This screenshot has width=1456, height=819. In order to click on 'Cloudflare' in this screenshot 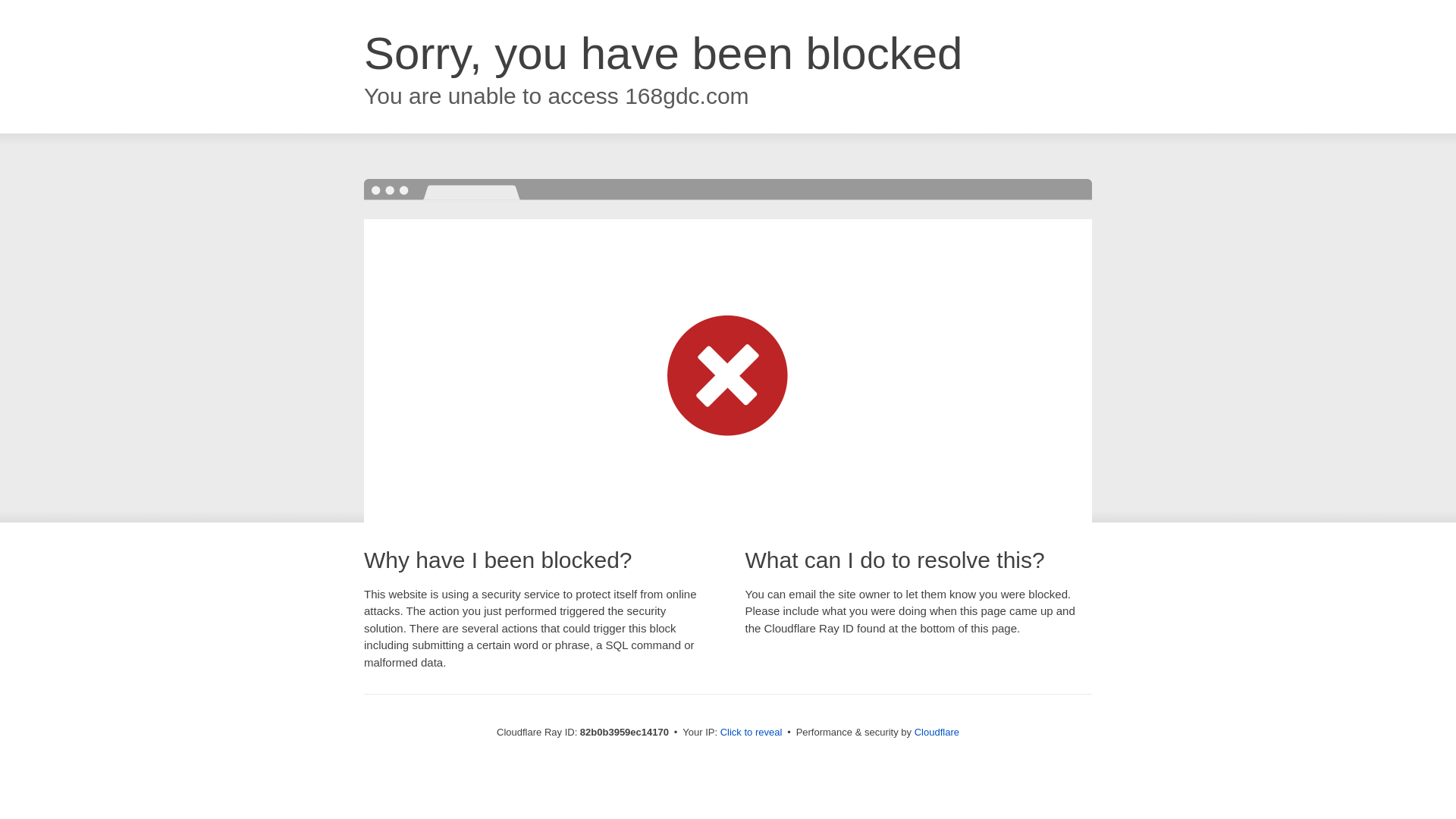, I will do `click(936, 731)`.